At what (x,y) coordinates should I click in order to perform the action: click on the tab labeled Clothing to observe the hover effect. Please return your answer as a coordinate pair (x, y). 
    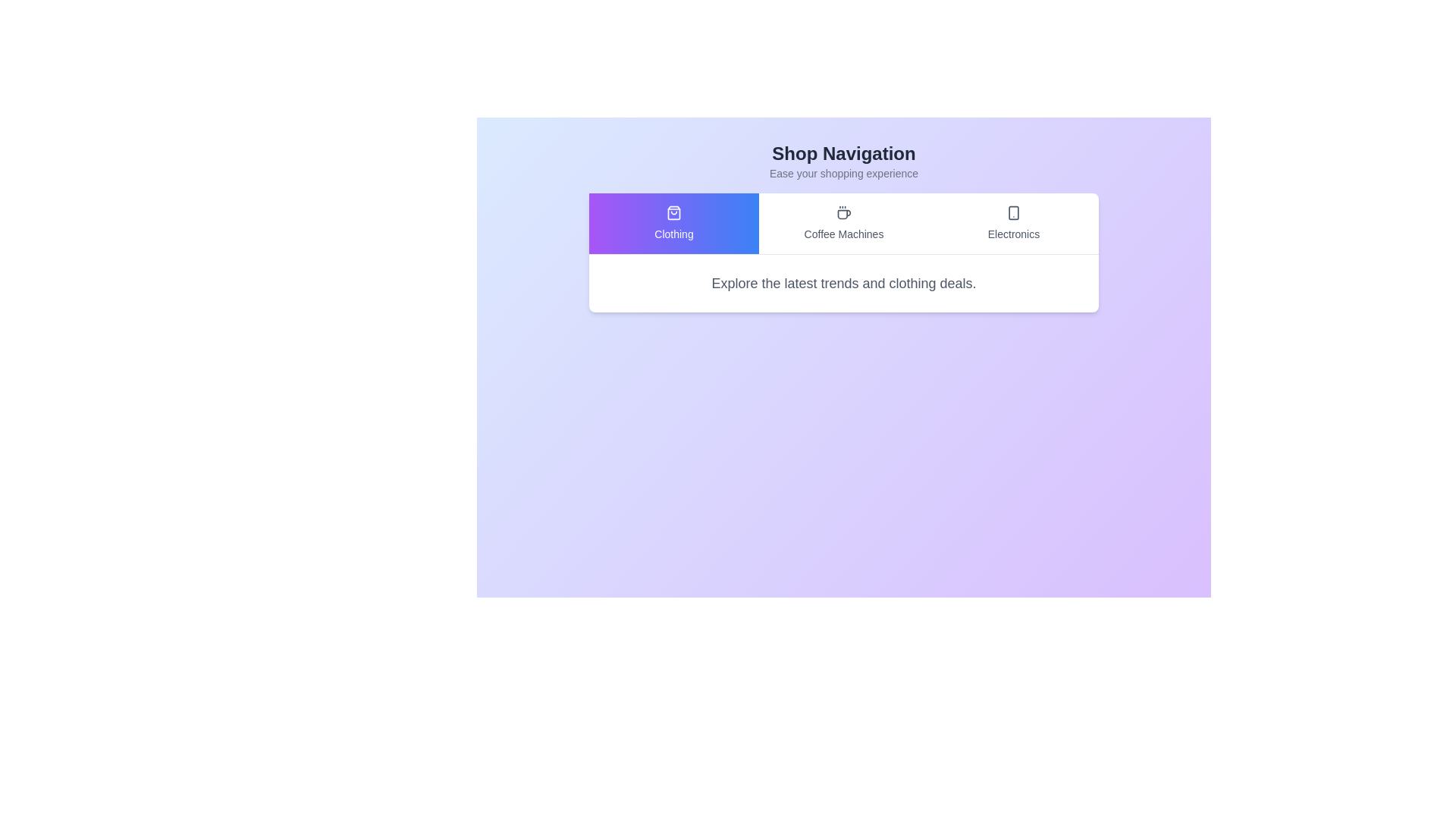
    Looking at the image, I should click on (673, 223).